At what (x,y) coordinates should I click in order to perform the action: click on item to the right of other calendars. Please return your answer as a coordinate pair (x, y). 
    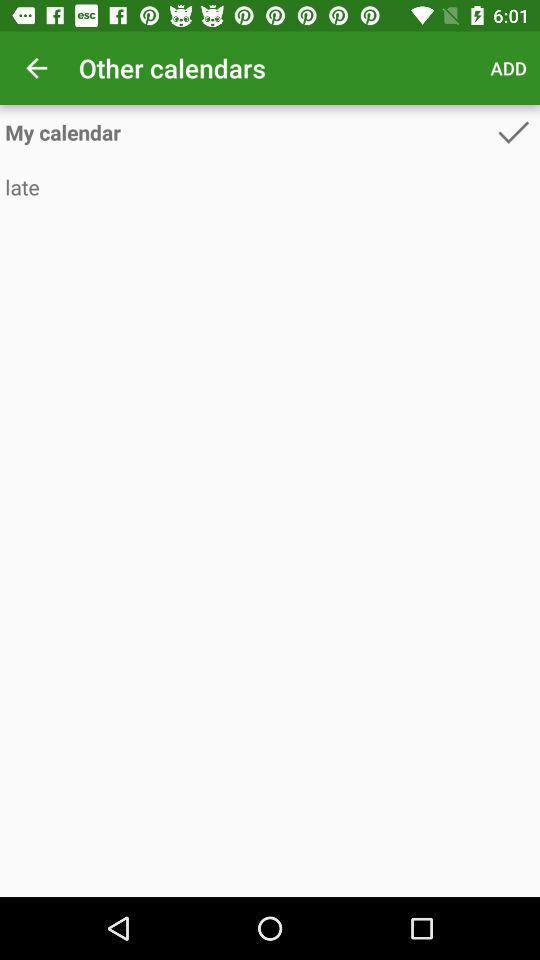
    Looking at the image, I should click on (508, 68).